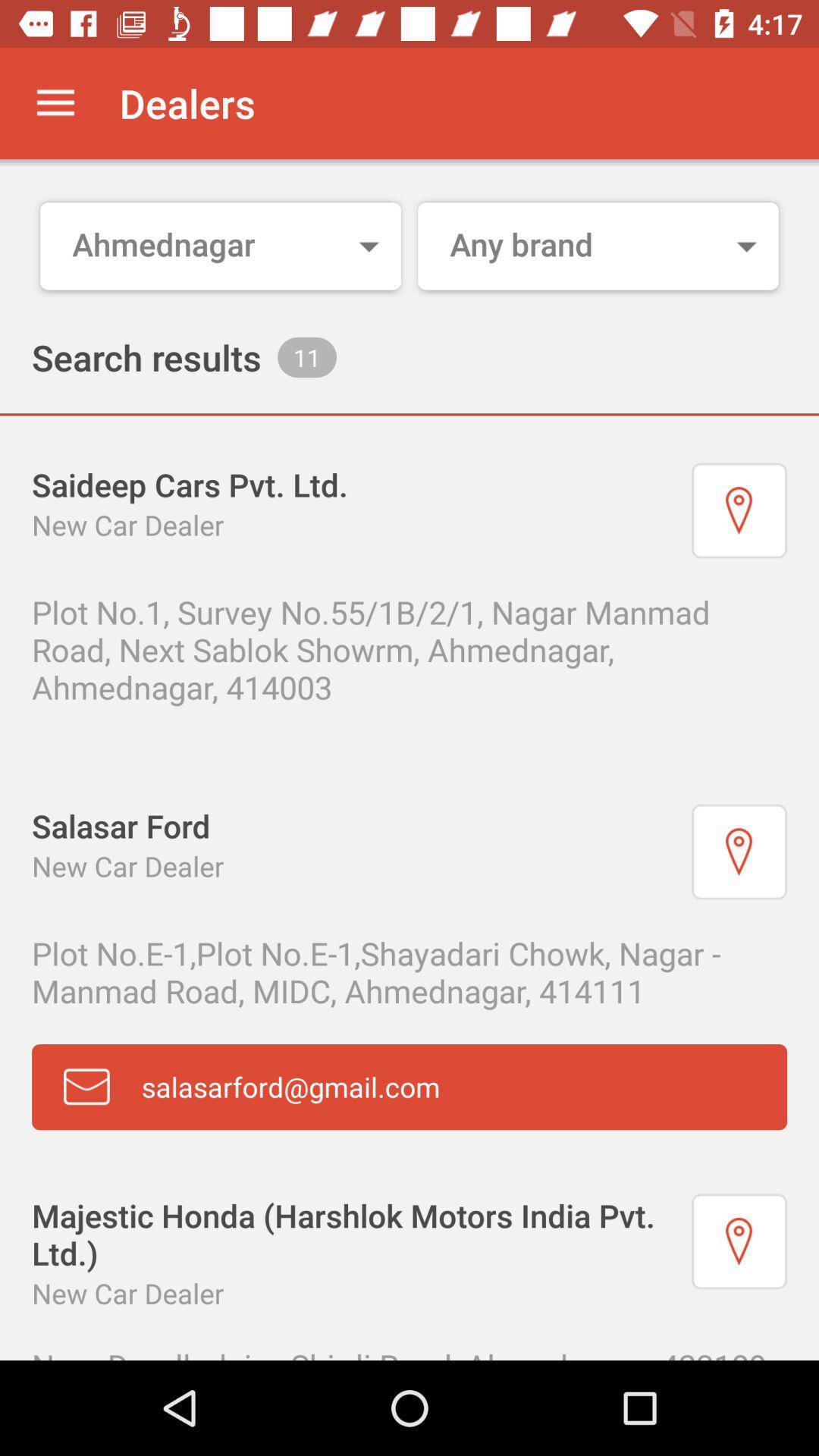  Describe the element at coordinates (739, 510) in the screenshot. I see `map` at that location.